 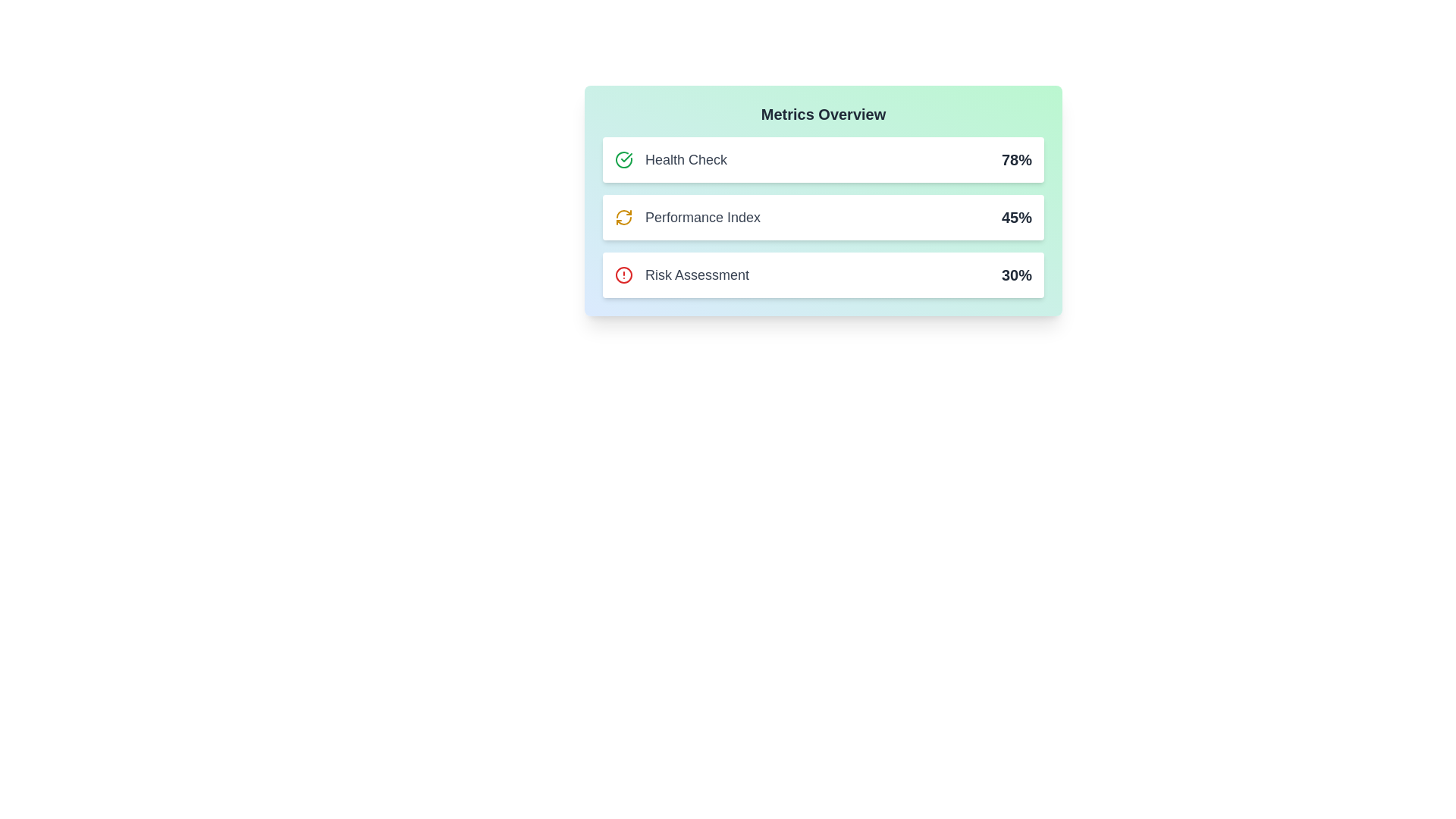 I want to click on the 'Health Check' icon component, so click(x=670, y=160).